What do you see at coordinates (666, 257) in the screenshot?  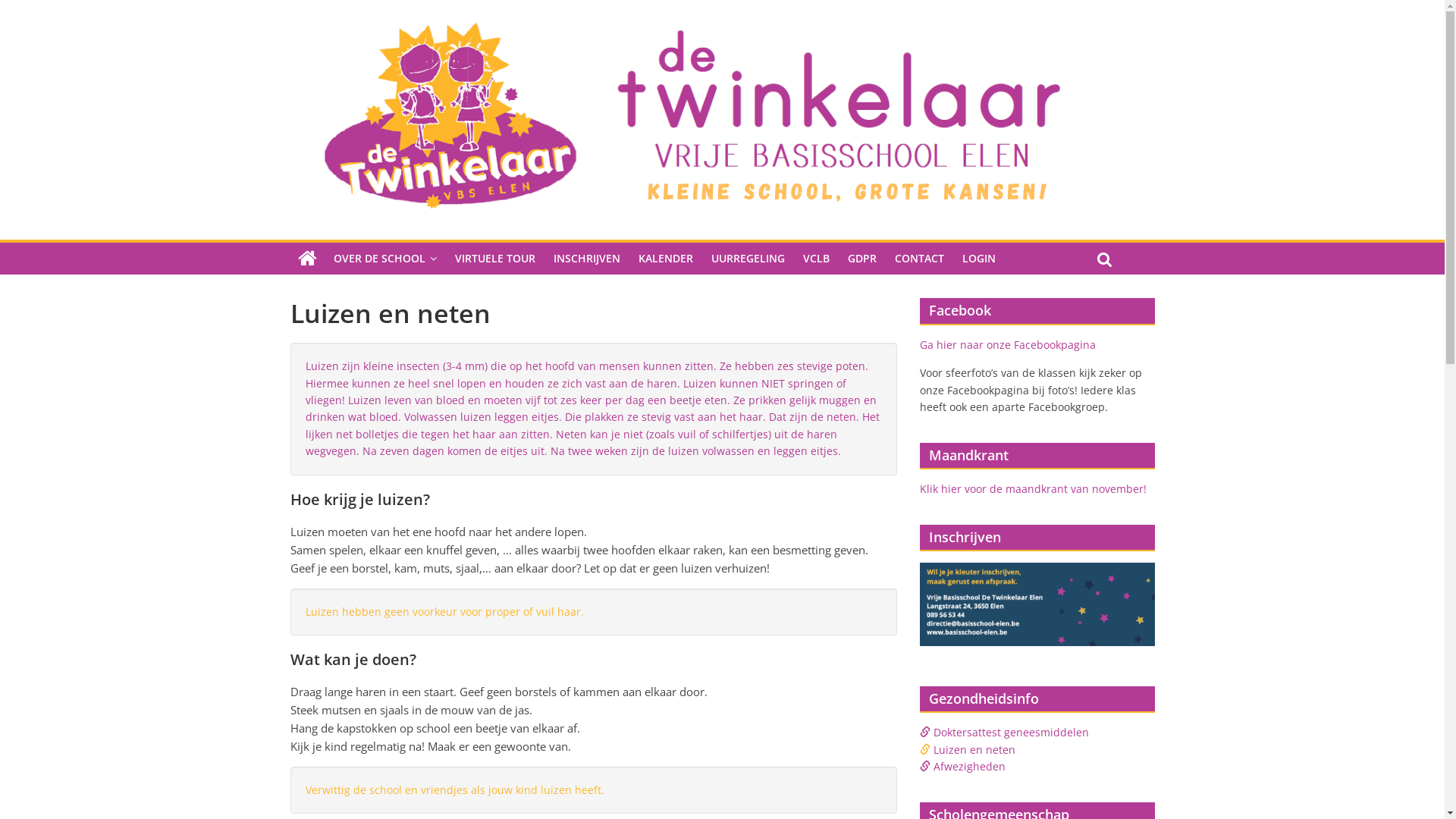 I see `'KALENDER'` at bounding box center [666, 257].